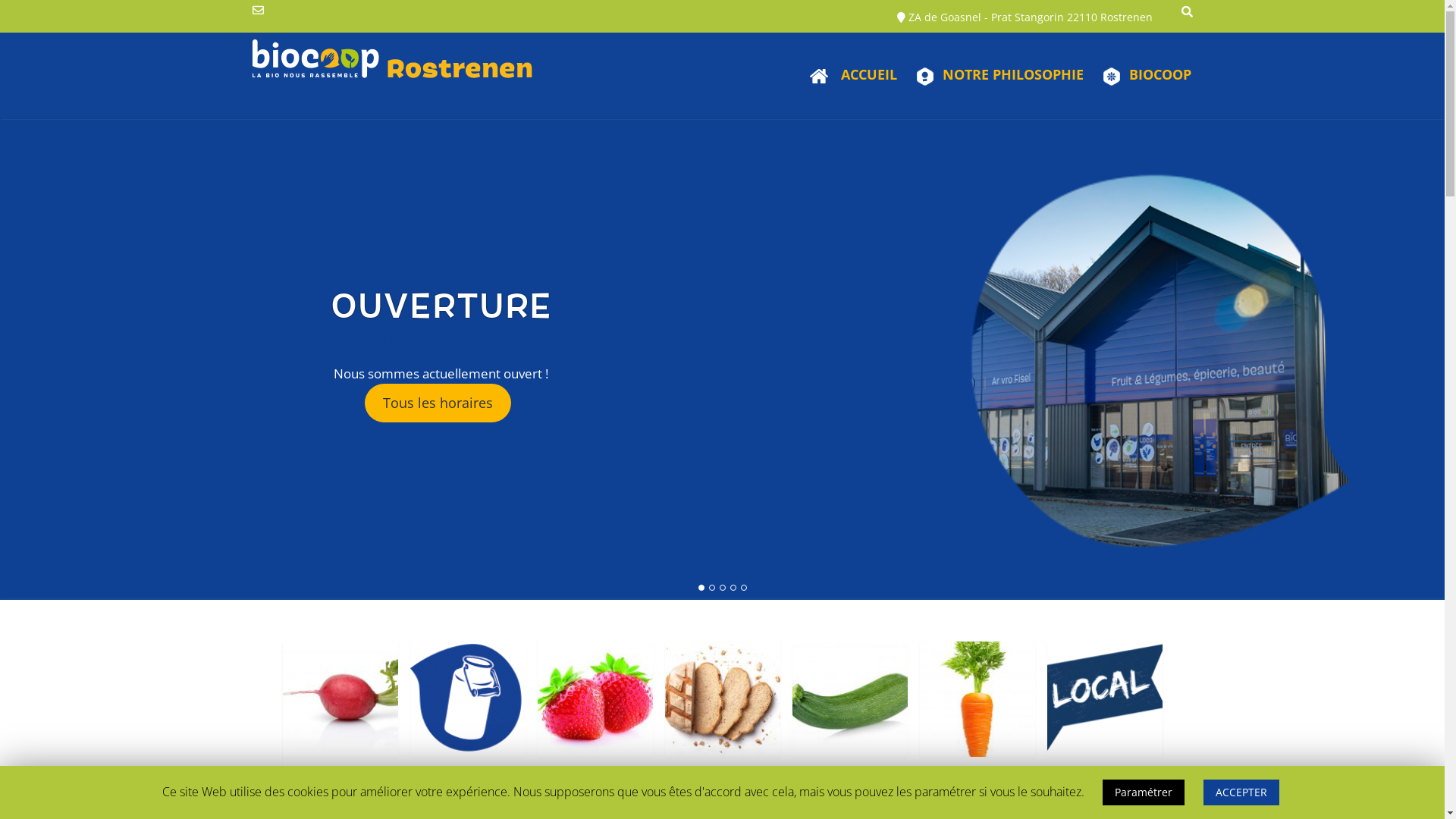 The height and width of the screenshot is (819, 1456). I want to click on 'Tous les horaires', so click(437, 402).